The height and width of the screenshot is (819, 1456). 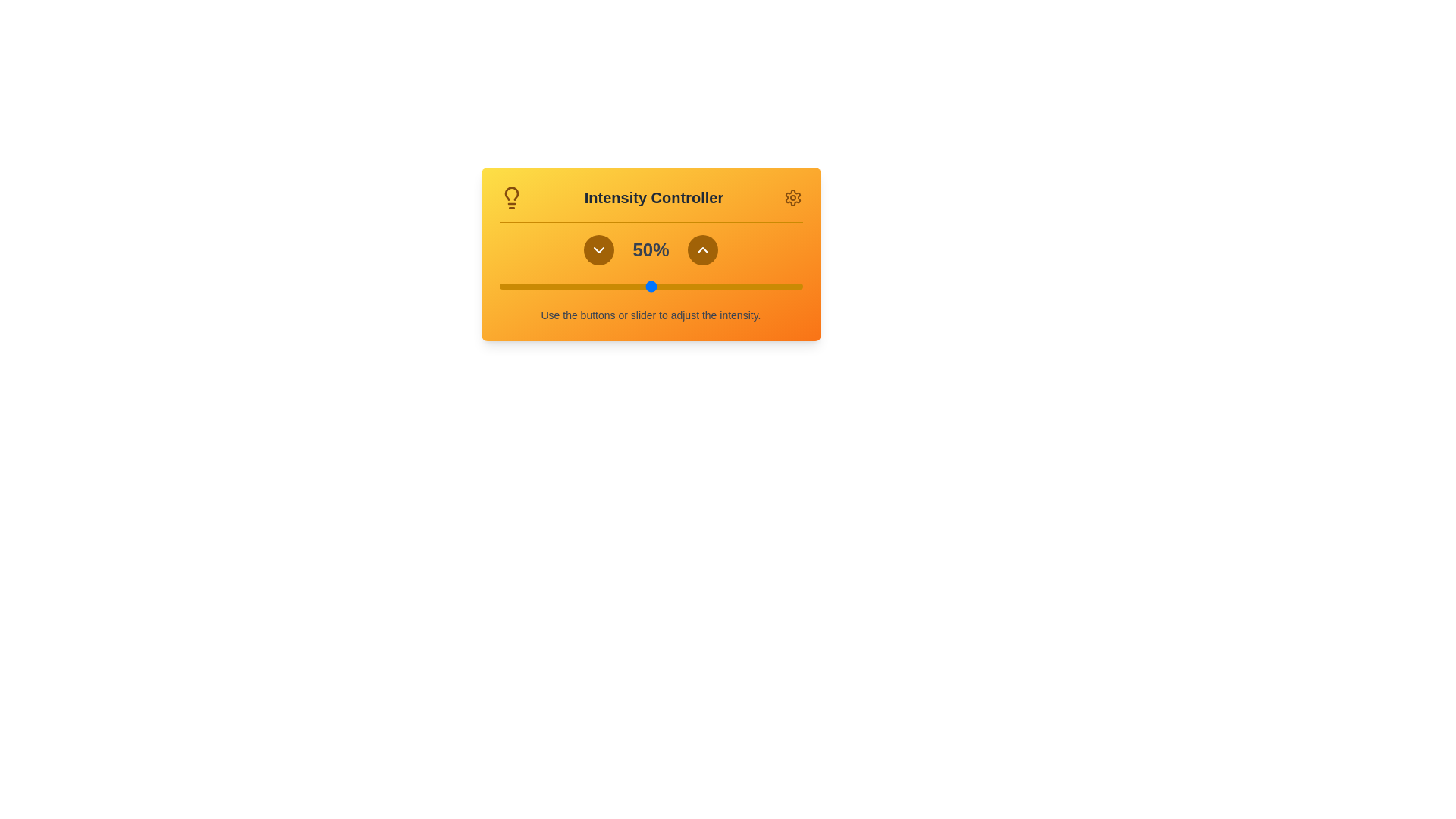 What do you see at coordinates (748, 287) in the screenshot?
I see `the intensity` at bounding box center [748, 287].